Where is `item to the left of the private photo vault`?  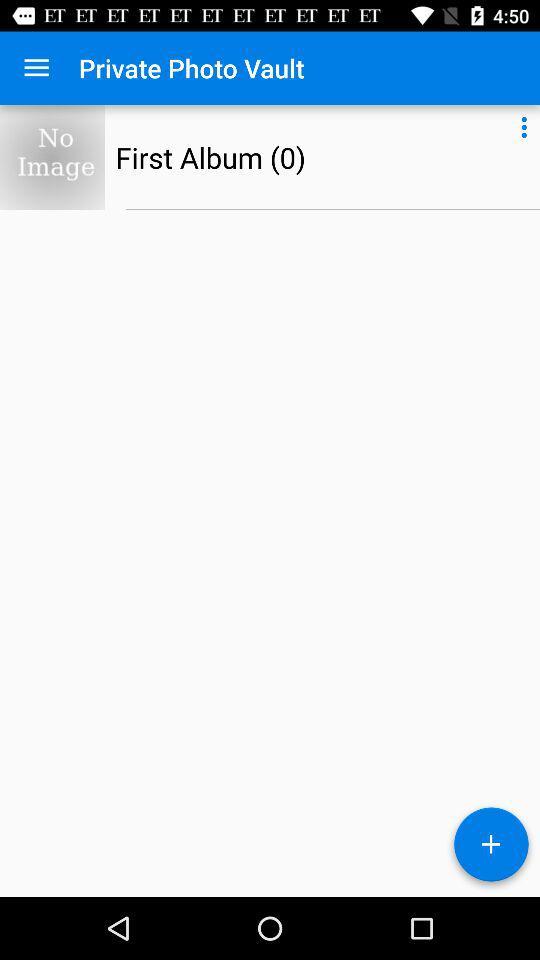
item to the left of the private photo vault is located at coordinates (36, 68).